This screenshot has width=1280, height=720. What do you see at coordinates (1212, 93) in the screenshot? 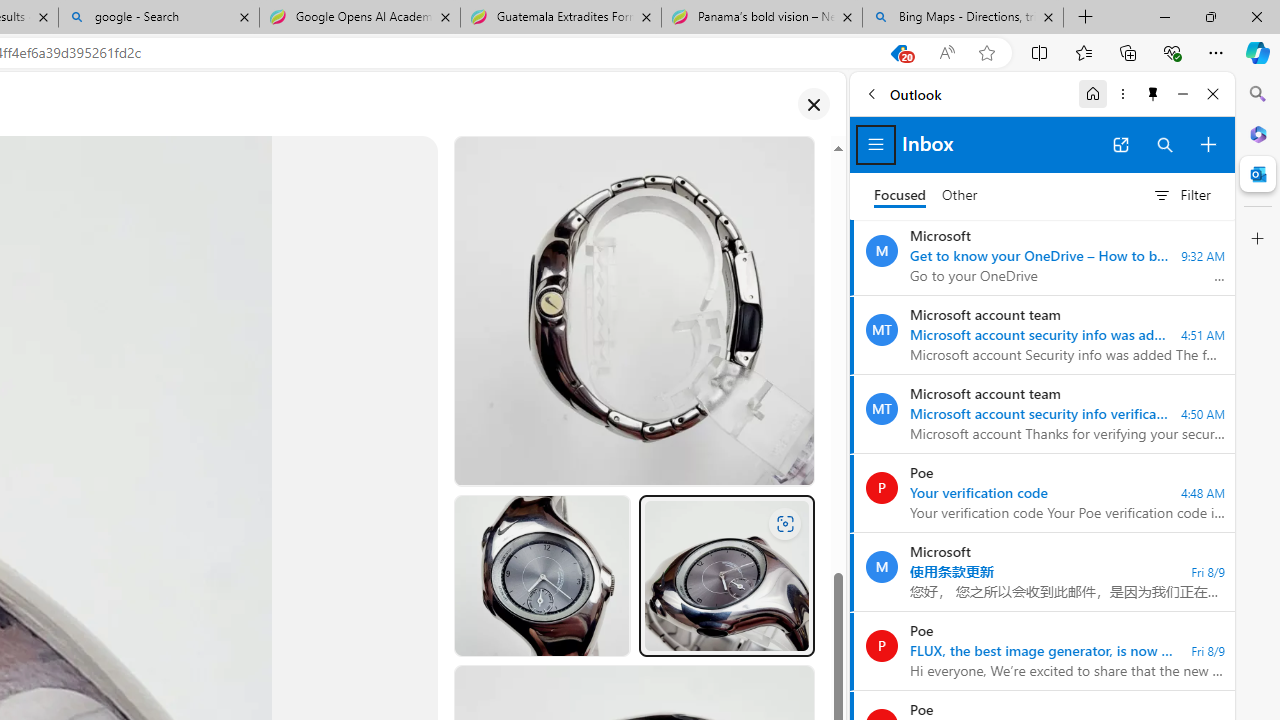
I see `'Close'` at bounding box center [1212, 93].